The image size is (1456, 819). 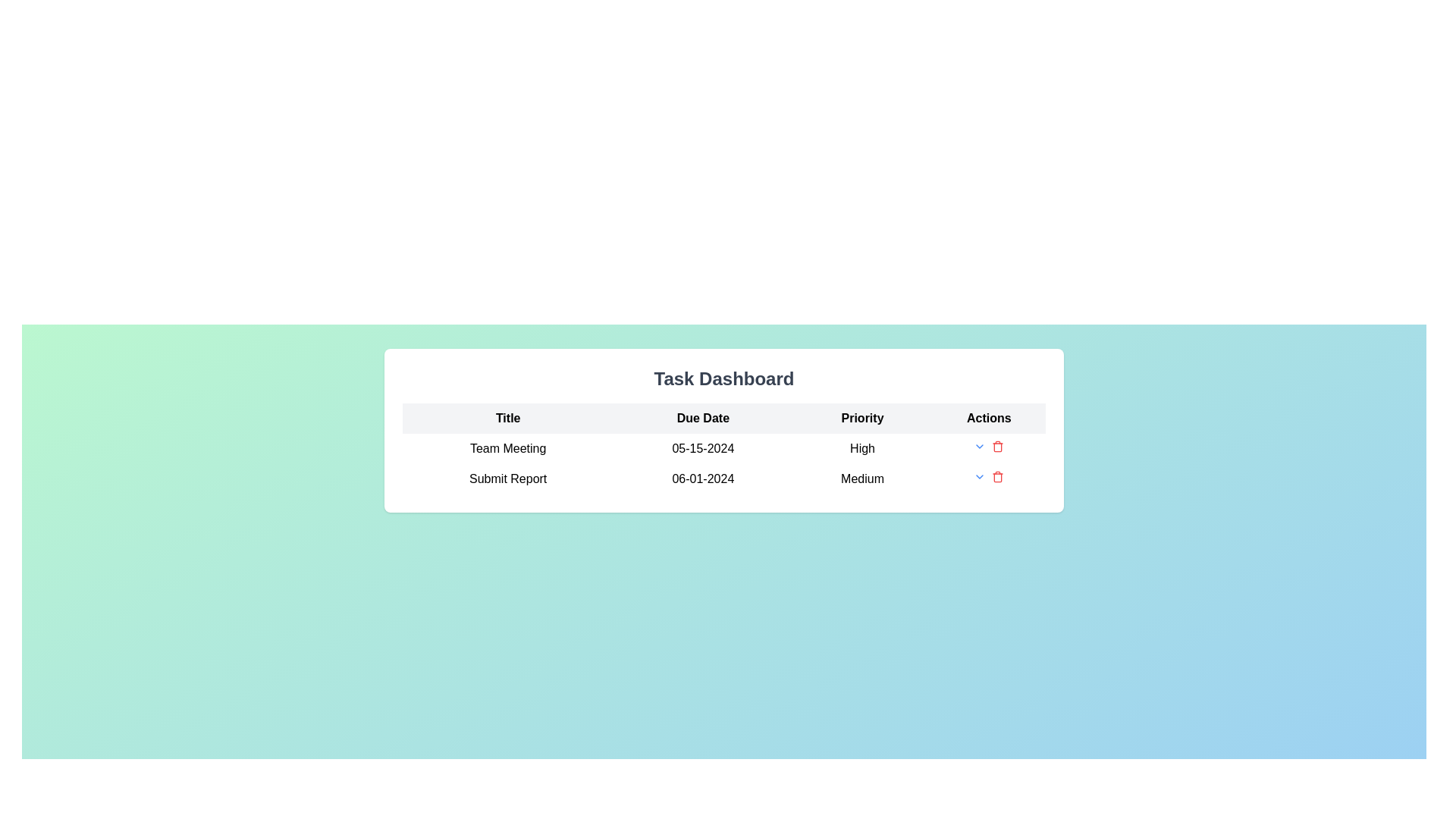 What do you see at coordinates (723, 447) in the screenshot?
I see `an individual row element in the task table located within the 'Task Dashboard'` at bounding box center [723, 447].